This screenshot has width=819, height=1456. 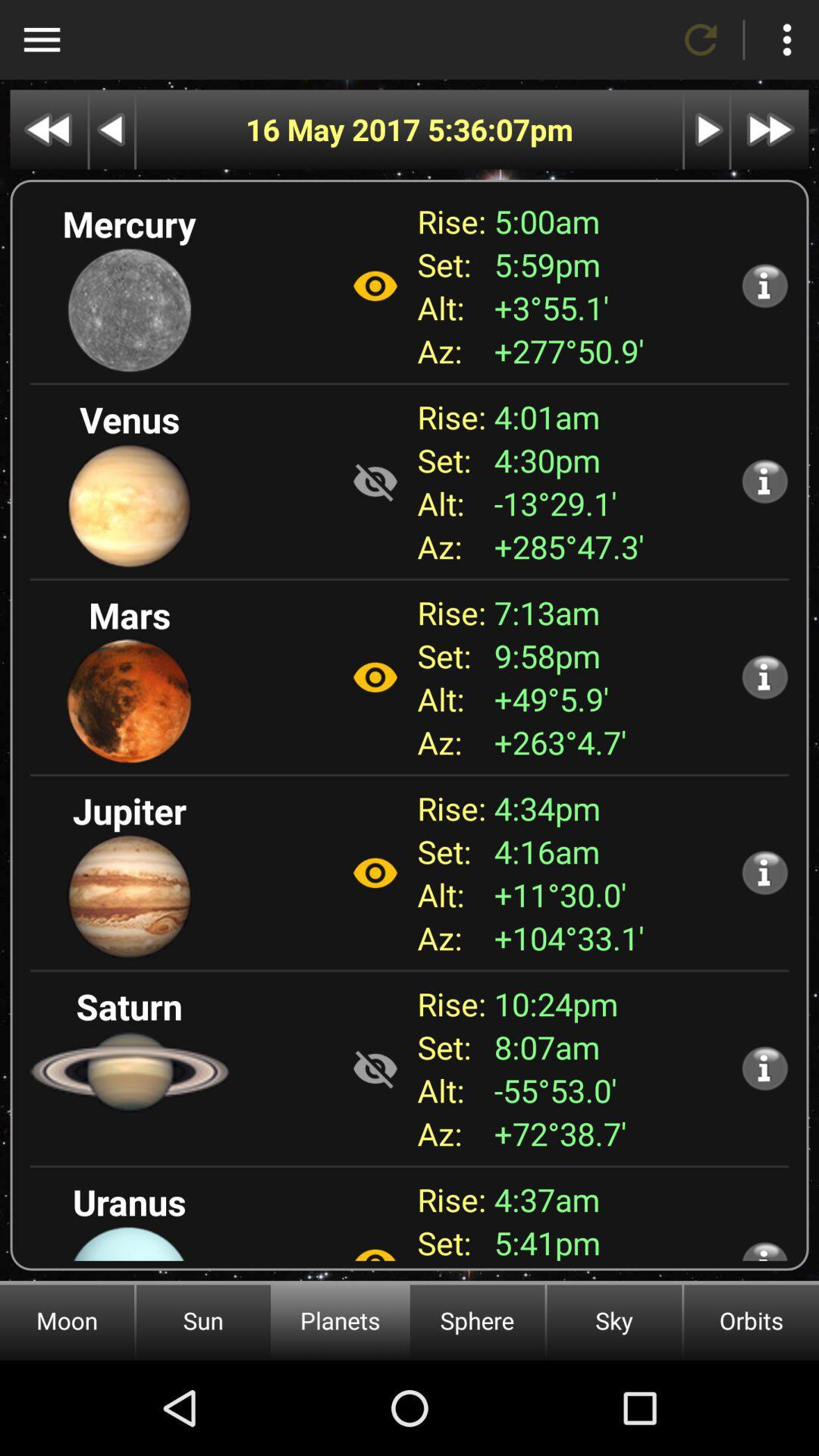 What do you see at coordinates (48, 130) in the screenshot?
I see `page 1` at bounding box center [48, 130].